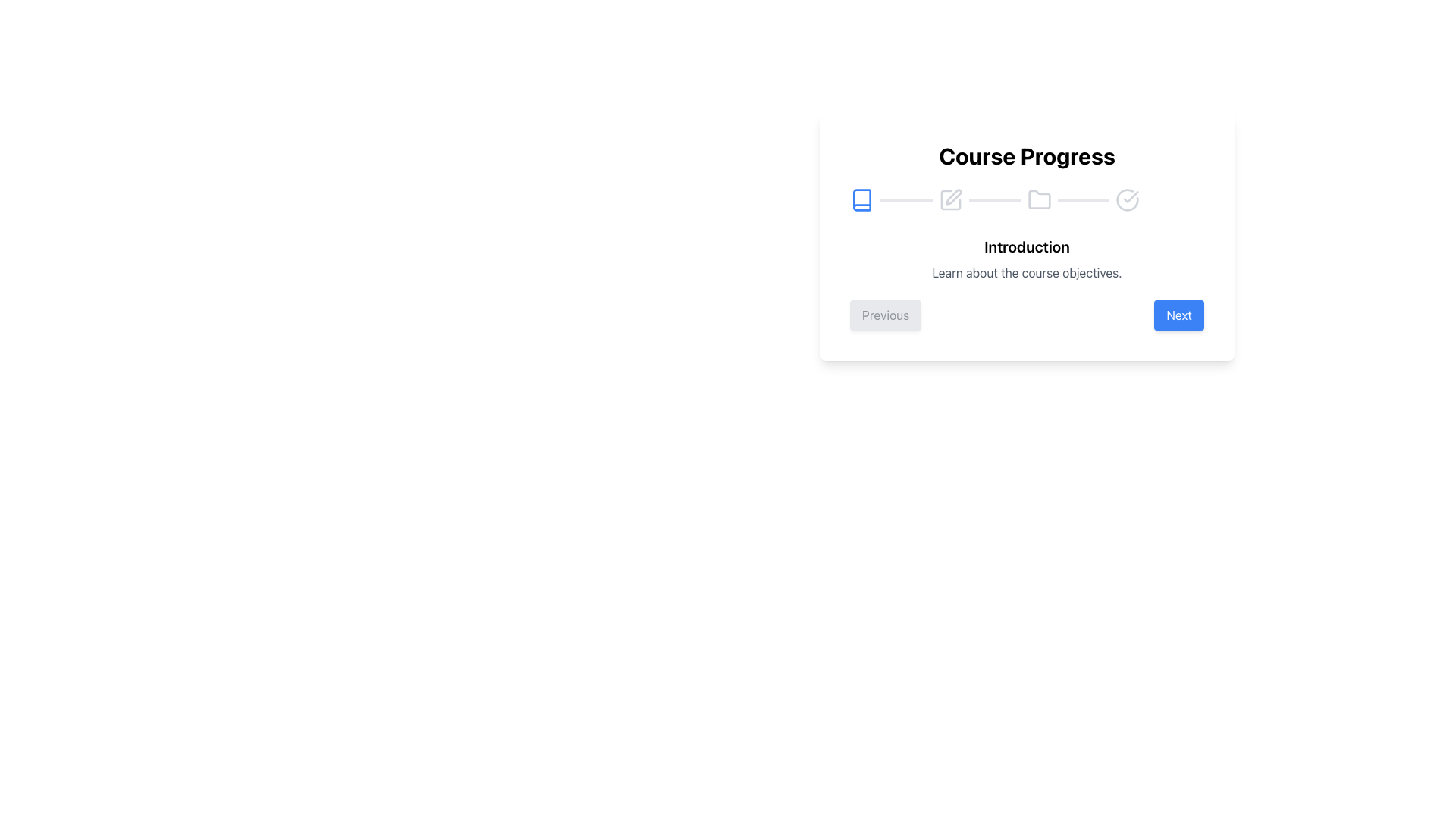 This screenshot has height=819, width=1456. I want to click on the central part of the open book icon in the course's progress tracker, which is the leftmost icon adjacent to the title 'Course Progress.', so click(862, 199).